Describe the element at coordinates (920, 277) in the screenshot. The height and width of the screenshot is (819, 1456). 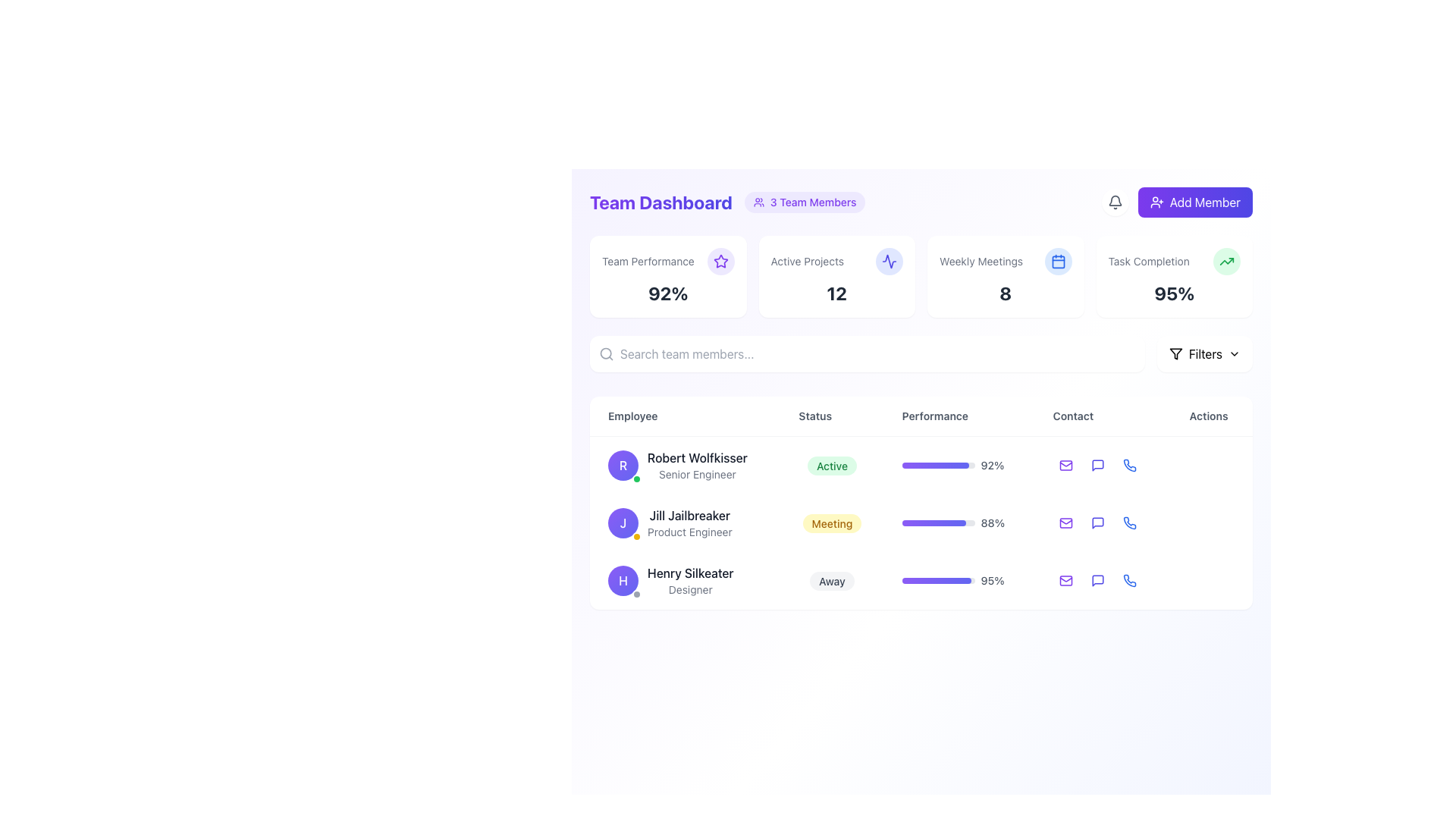
I see `the details of the third Informational card in the horizontally-aligned group on the Team Dashboard, which summarizes the weekly meetings metric` at that location.